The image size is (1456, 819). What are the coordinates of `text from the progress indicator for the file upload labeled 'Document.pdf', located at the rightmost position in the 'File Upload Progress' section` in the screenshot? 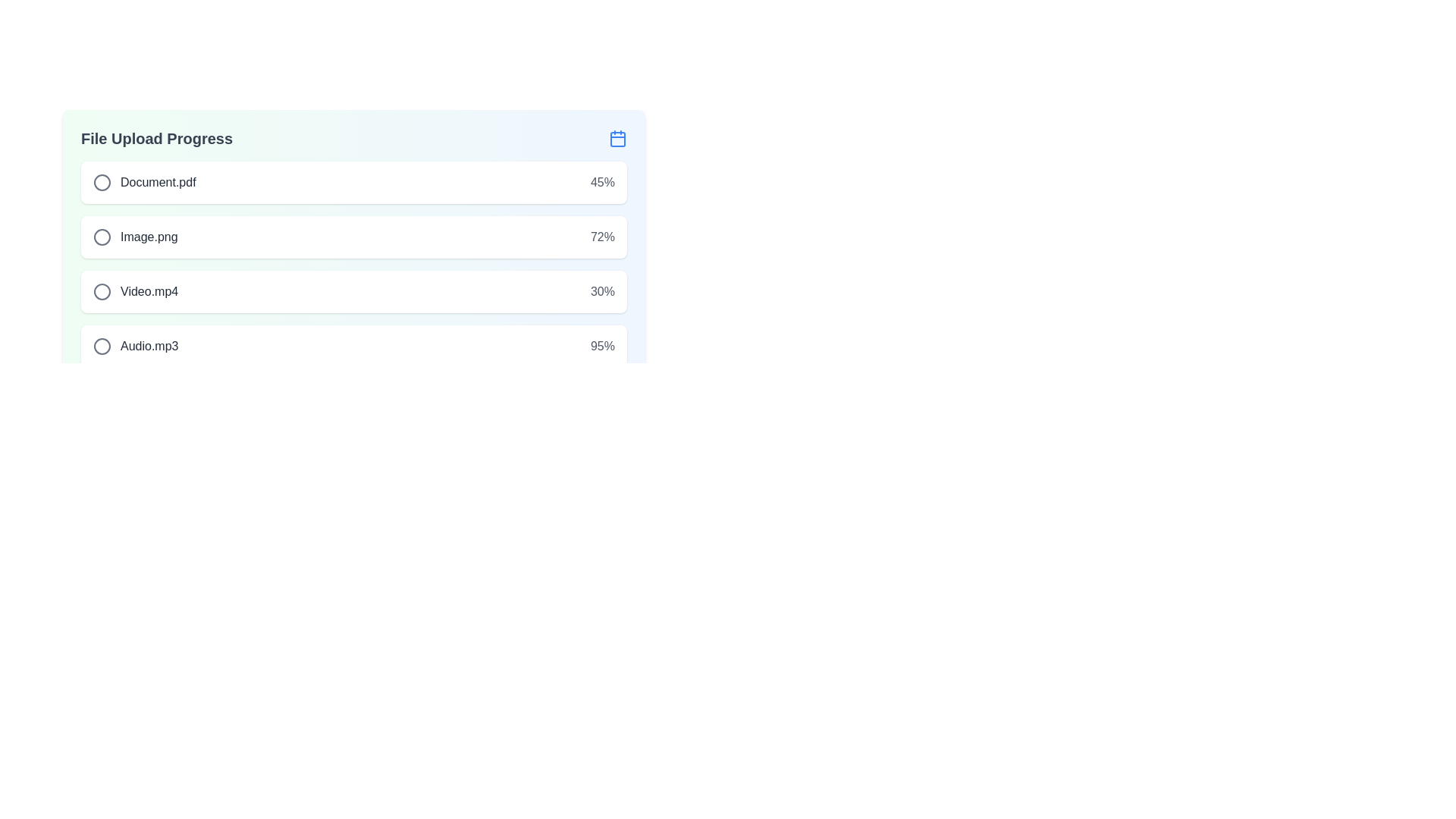 It's located at (602, 181).